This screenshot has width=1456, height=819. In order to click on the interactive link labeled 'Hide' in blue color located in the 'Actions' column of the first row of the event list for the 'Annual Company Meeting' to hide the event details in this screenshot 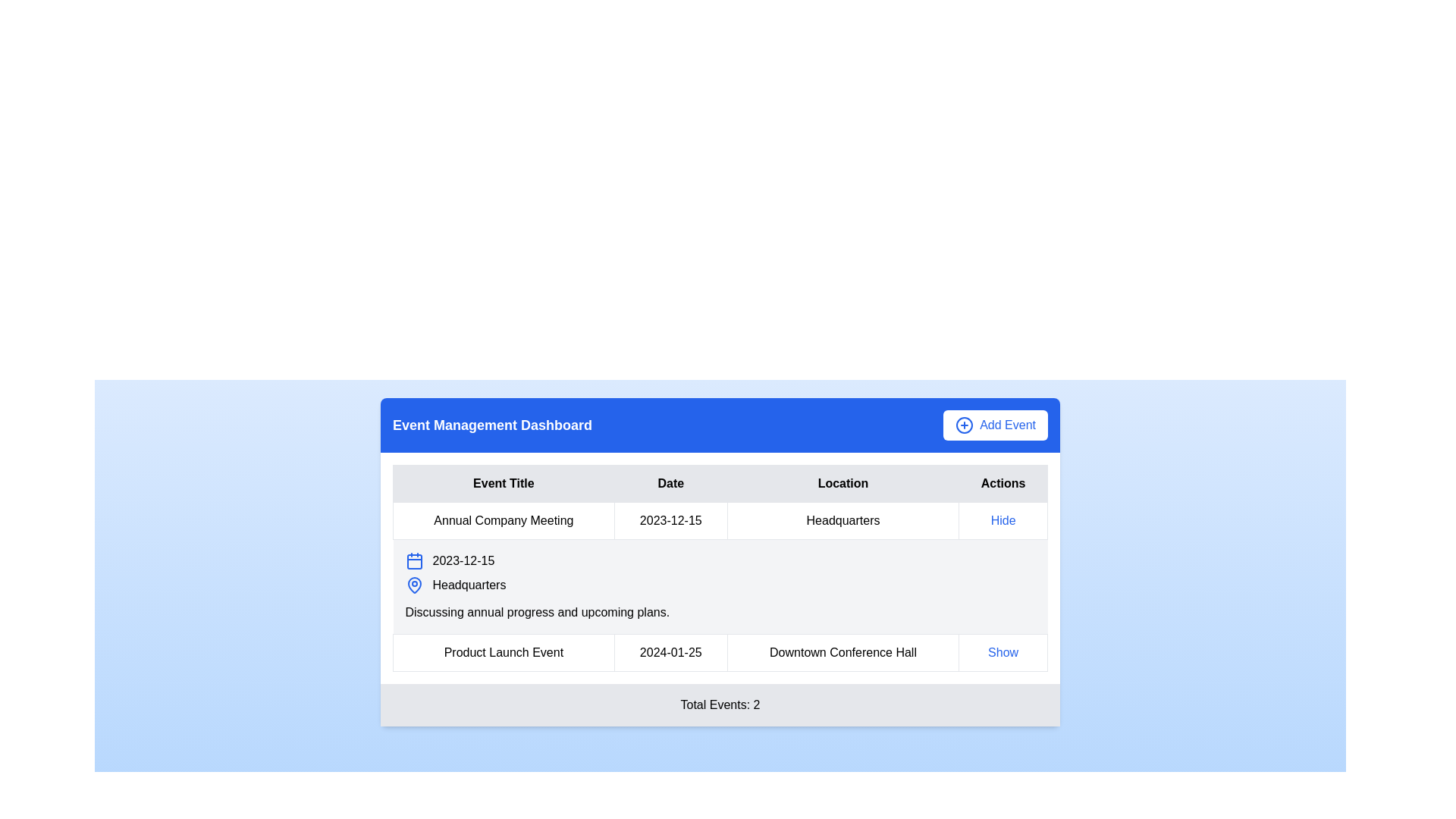, I will do `click(1003, 519)`.